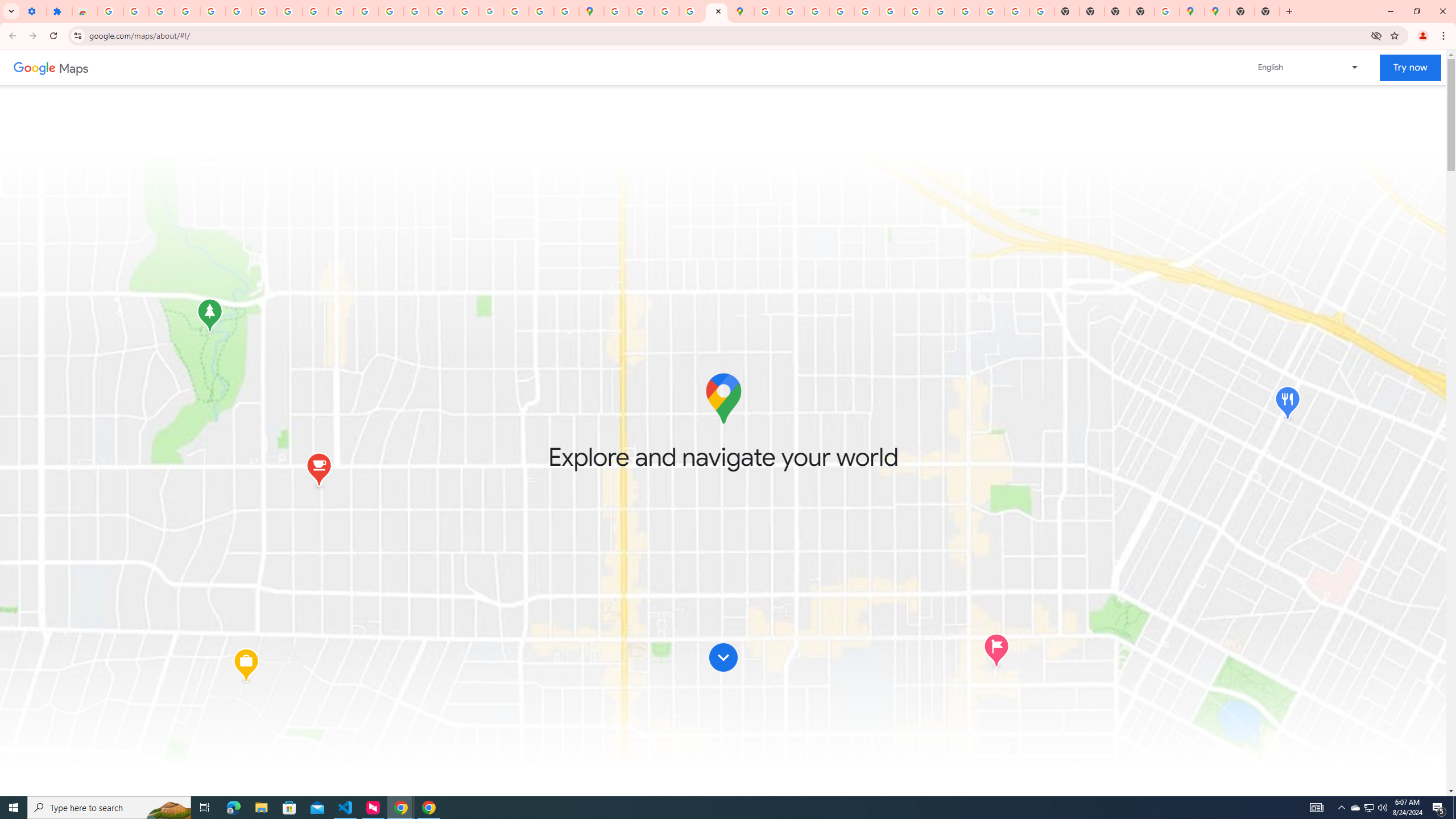  I want to click on 'Privacy Help Center - Policies Help', so click(841, 11).